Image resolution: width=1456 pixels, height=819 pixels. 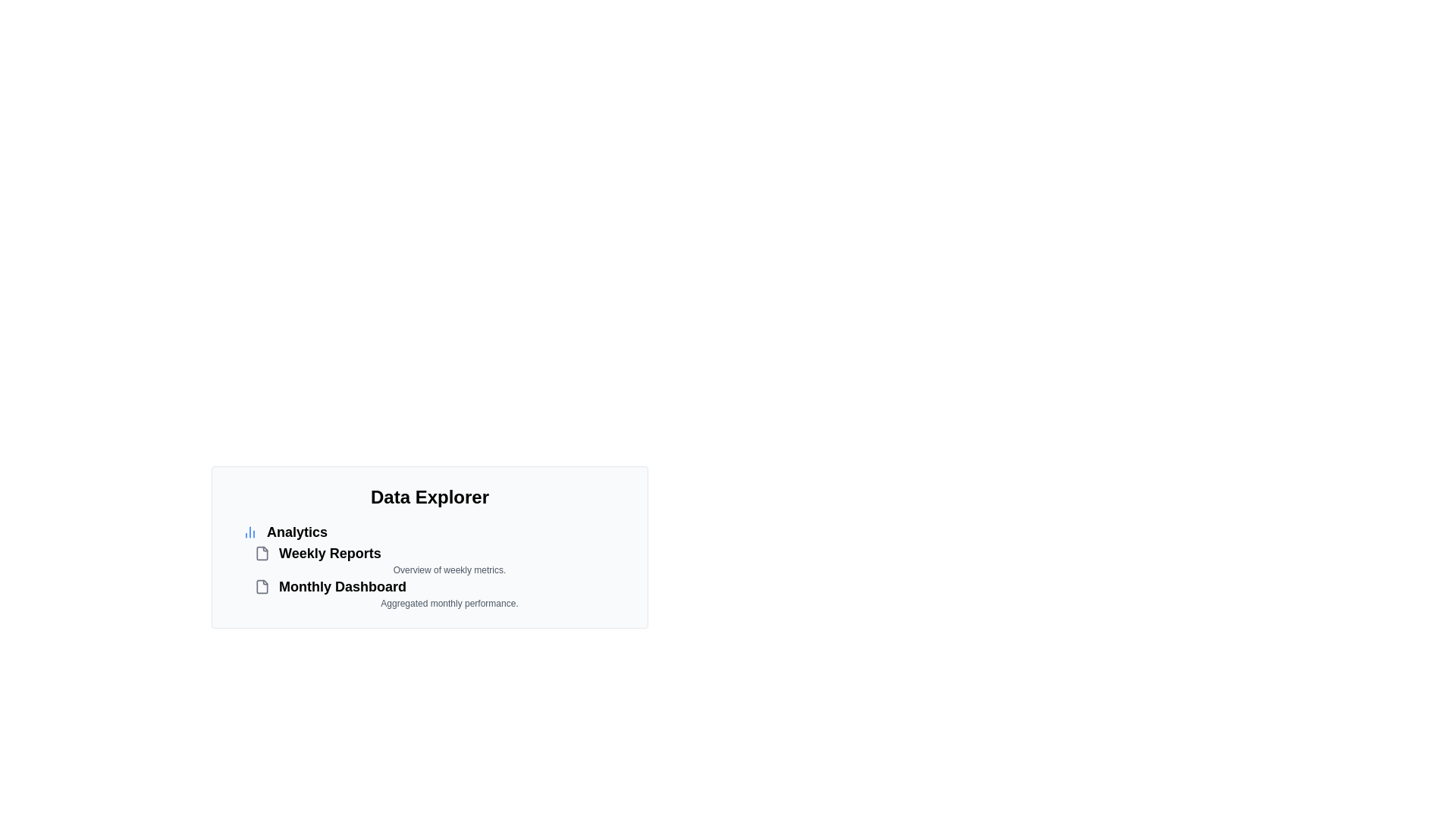 I want to click on the Text block containing 'AnalyticsWeekly ReportsOverview' located under the 'Data Explorer' section, so click(x=435, y=565).